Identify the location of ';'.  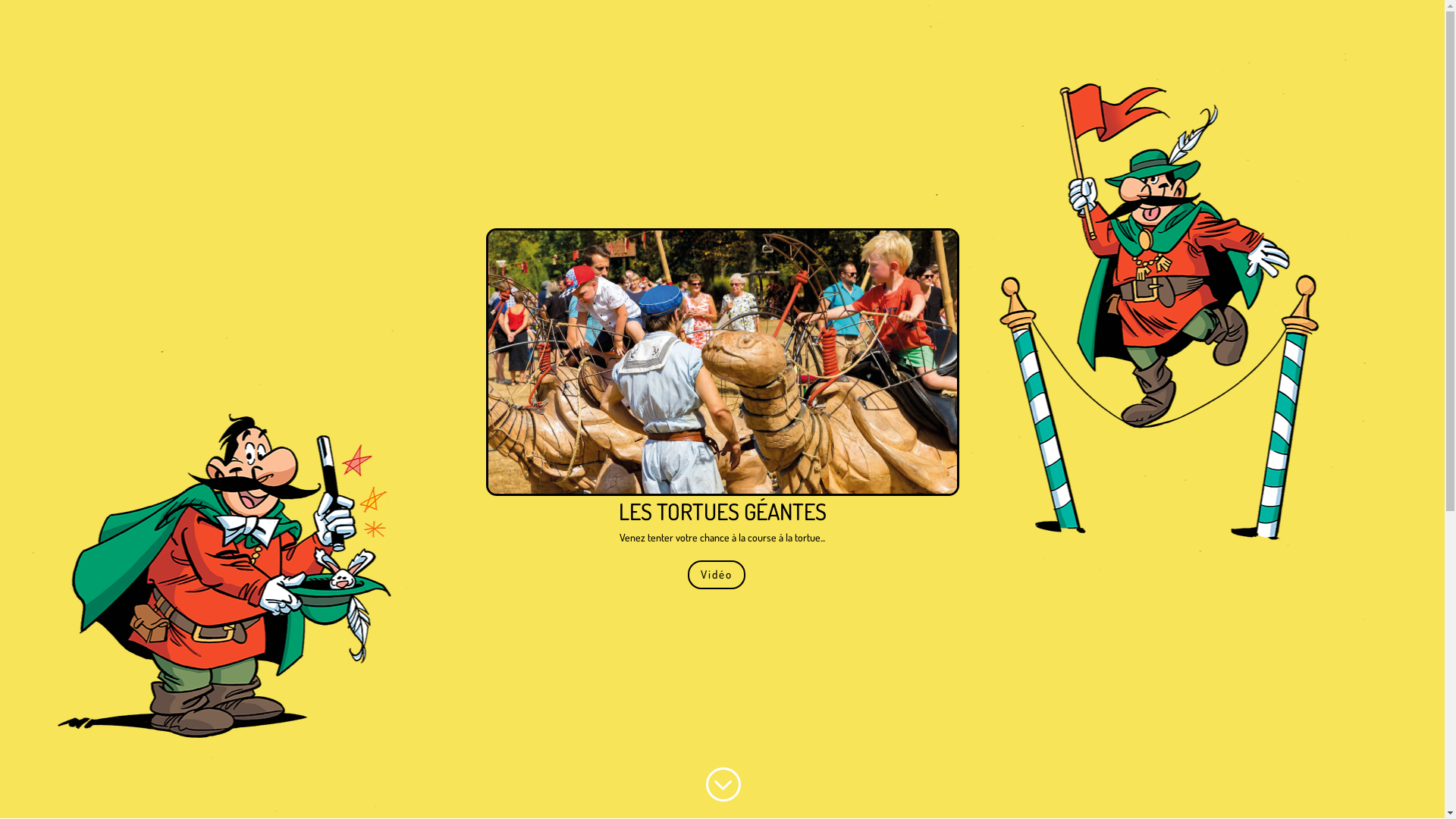
(721, 783).